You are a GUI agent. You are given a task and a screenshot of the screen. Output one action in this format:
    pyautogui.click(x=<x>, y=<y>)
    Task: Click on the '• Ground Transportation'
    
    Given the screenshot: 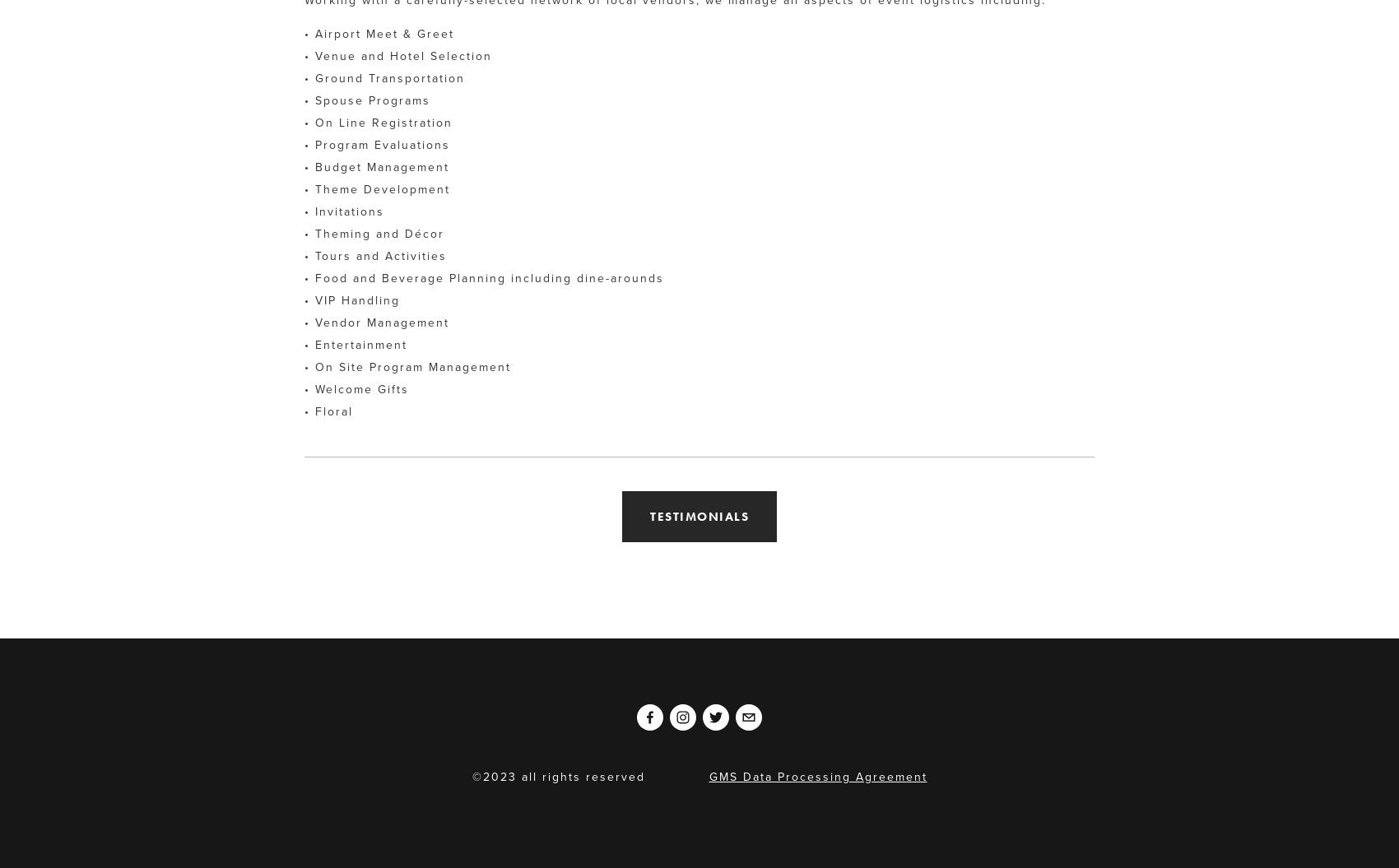 What is the action you would take?
    pyautogui.click(x=384, y=77)
    